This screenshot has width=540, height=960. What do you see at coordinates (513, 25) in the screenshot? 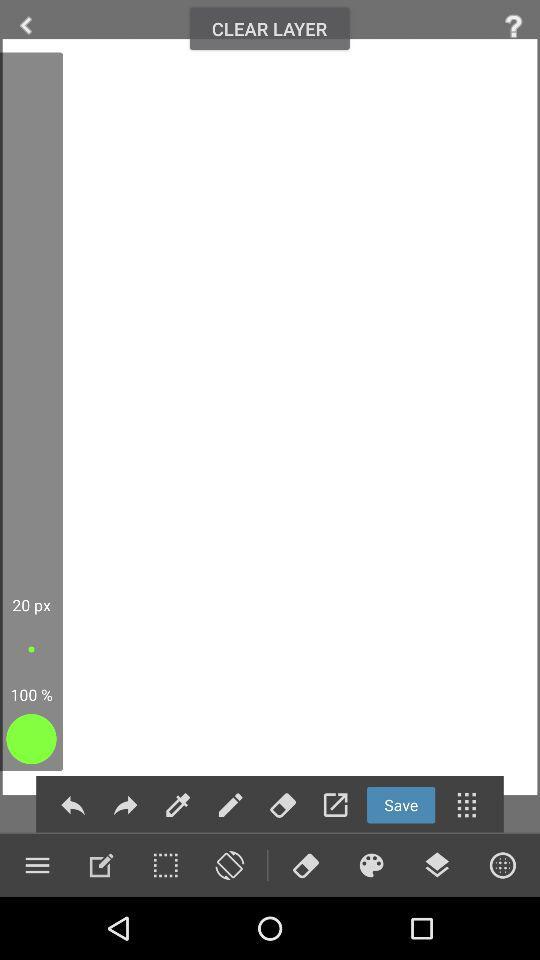
I see `the help icon` at bounding box center [513, 25].